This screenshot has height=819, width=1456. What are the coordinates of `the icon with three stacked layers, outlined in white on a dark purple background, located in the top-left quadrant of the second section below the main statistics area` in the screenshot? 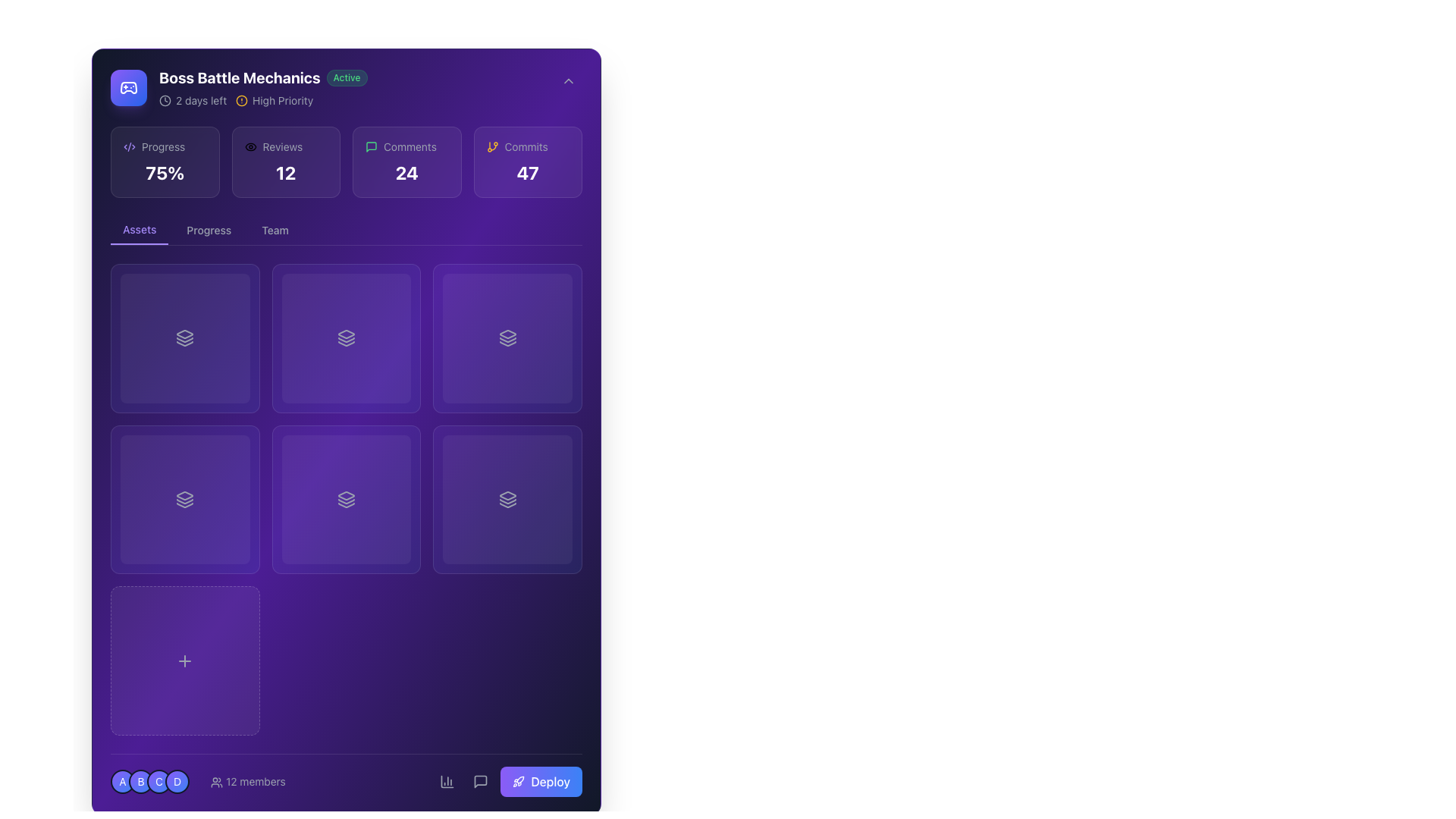 It's located at (184, 337).